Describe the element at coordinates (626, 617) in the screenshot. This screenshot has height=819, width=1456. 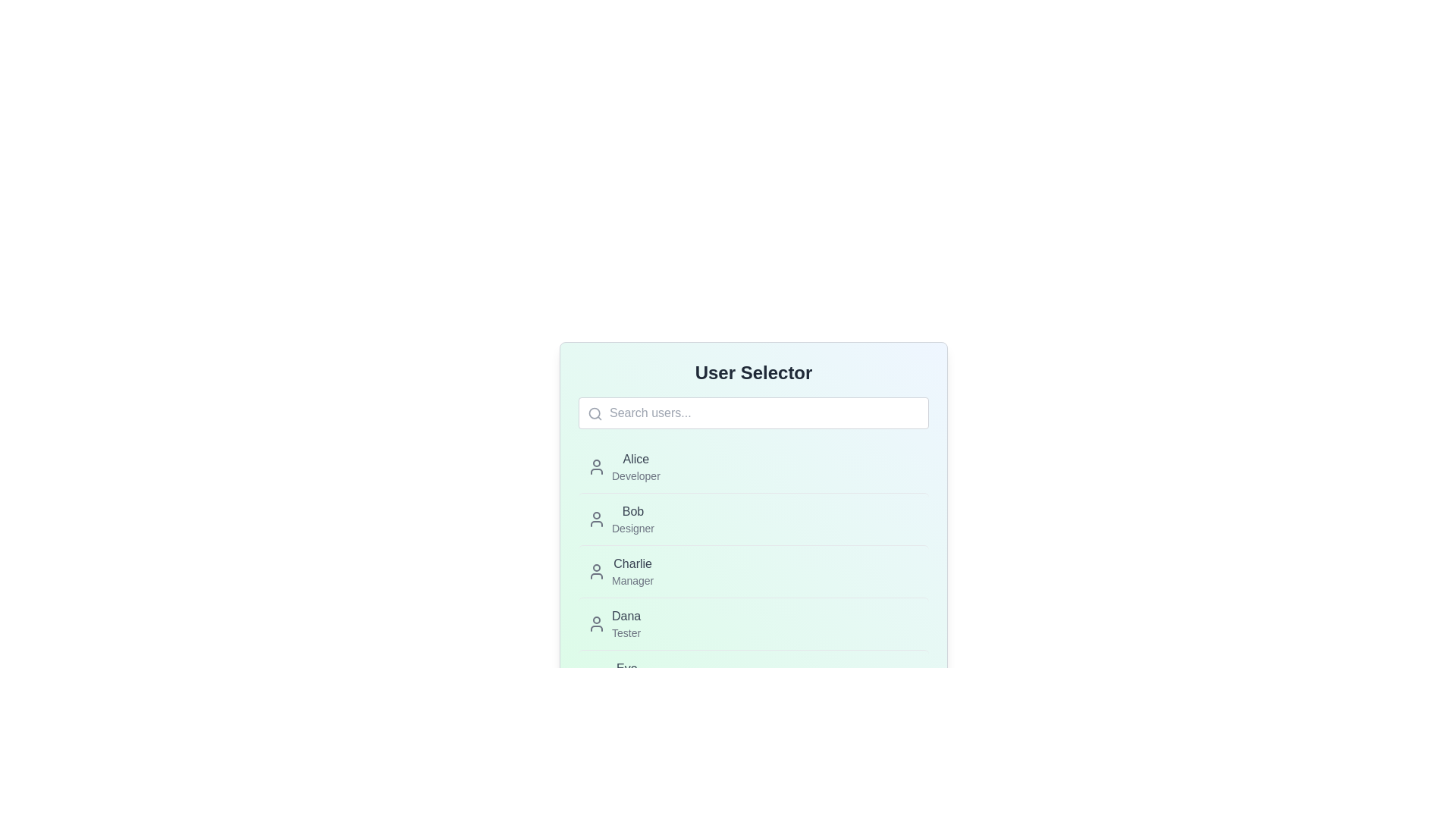
I see `text label displaying the name 'Dana' which is styled with a medium font weight and gray color, located in the user selection interface` at that location.